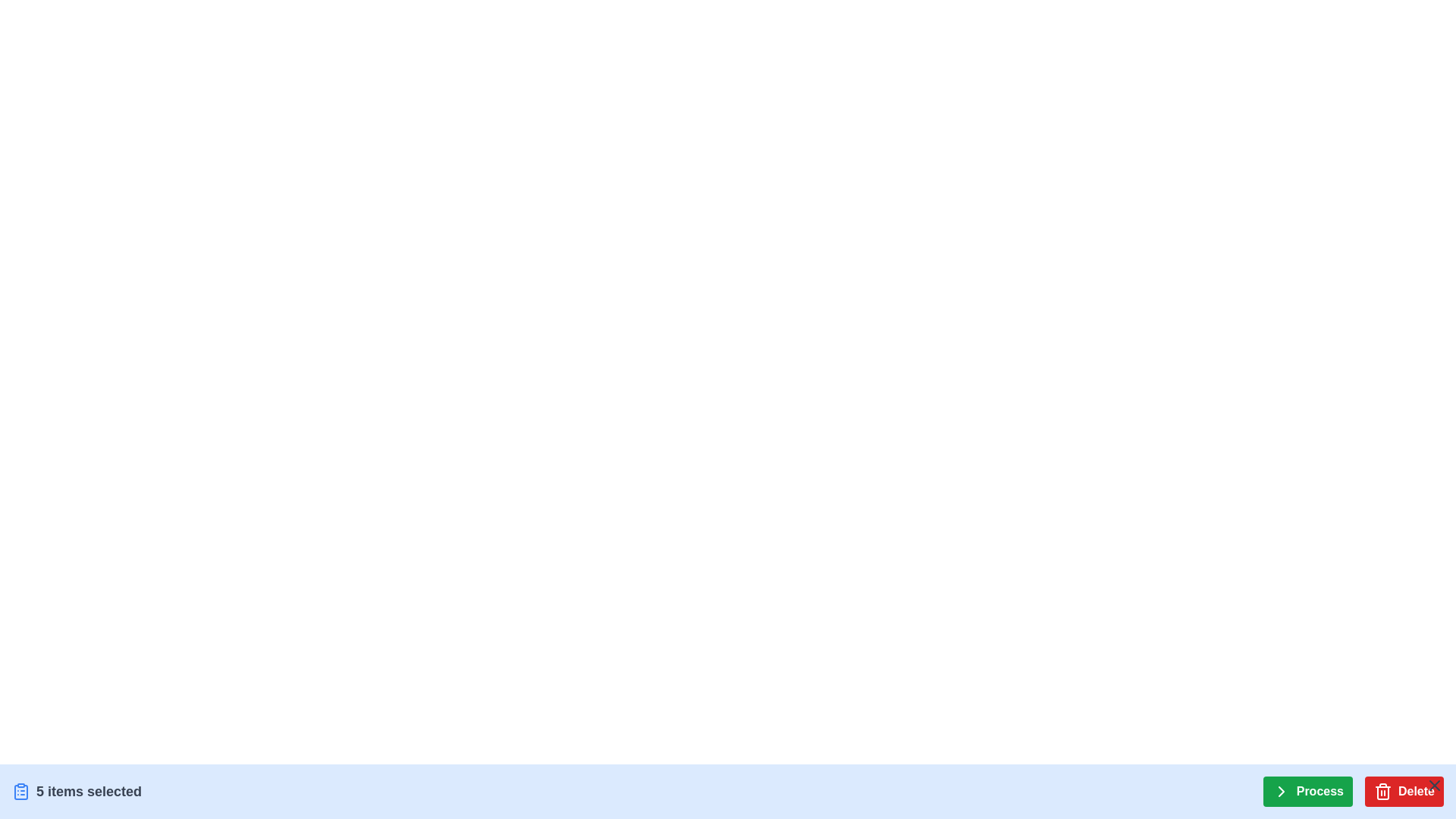  What do you see at coordinates (88, 791) in the screenshot?
I see `the Label/Text Display that indicates the number of items currently selected, located to the right of the blue clipboard icon in the lower-left portion of the interface` at bounding box center [88, 791].